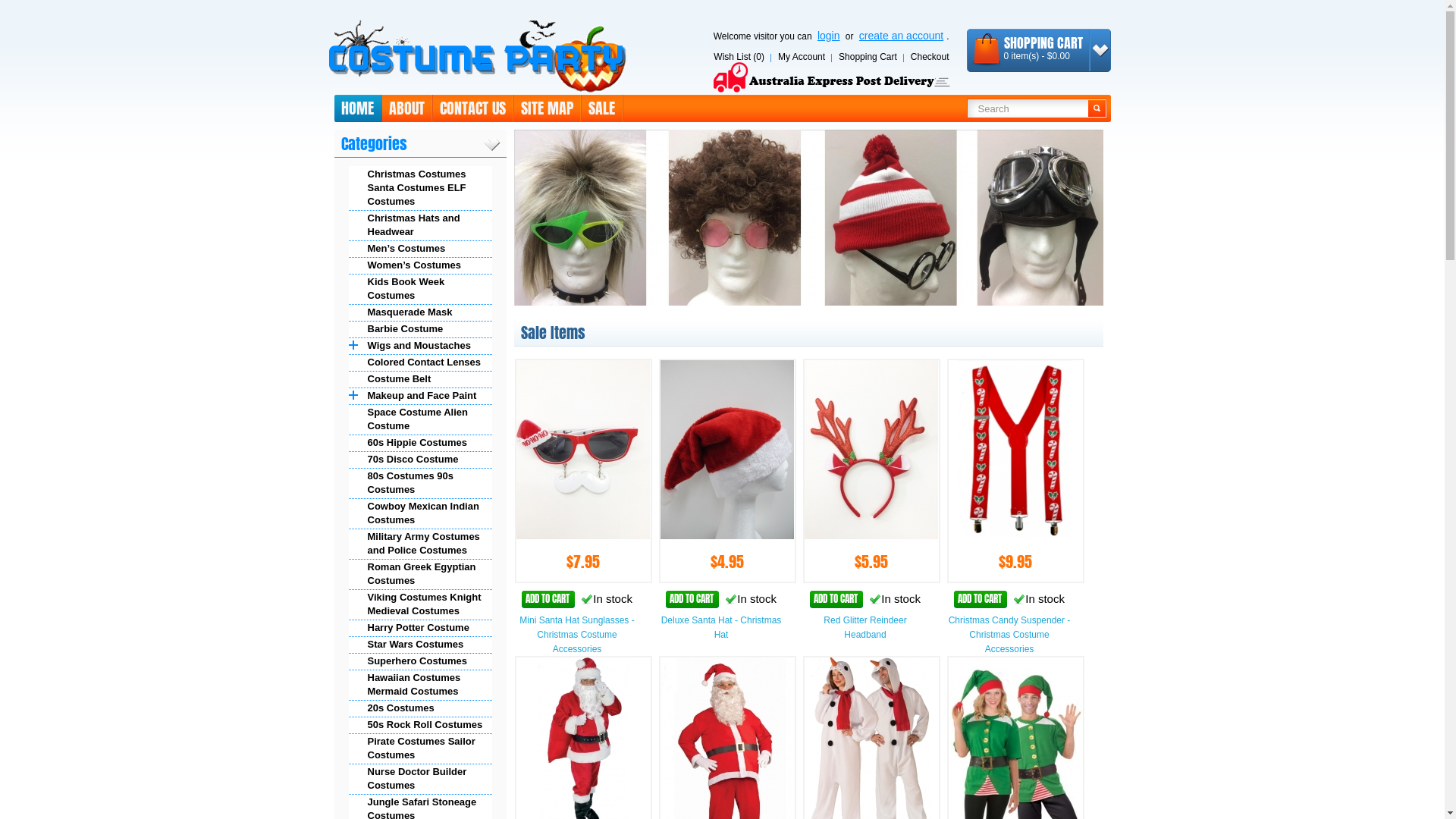  Describe the element at coordinates (420, 187) in the screenshot. I see `'Christmas Costumes Santa Costumes ELF Costumes'` at that location.